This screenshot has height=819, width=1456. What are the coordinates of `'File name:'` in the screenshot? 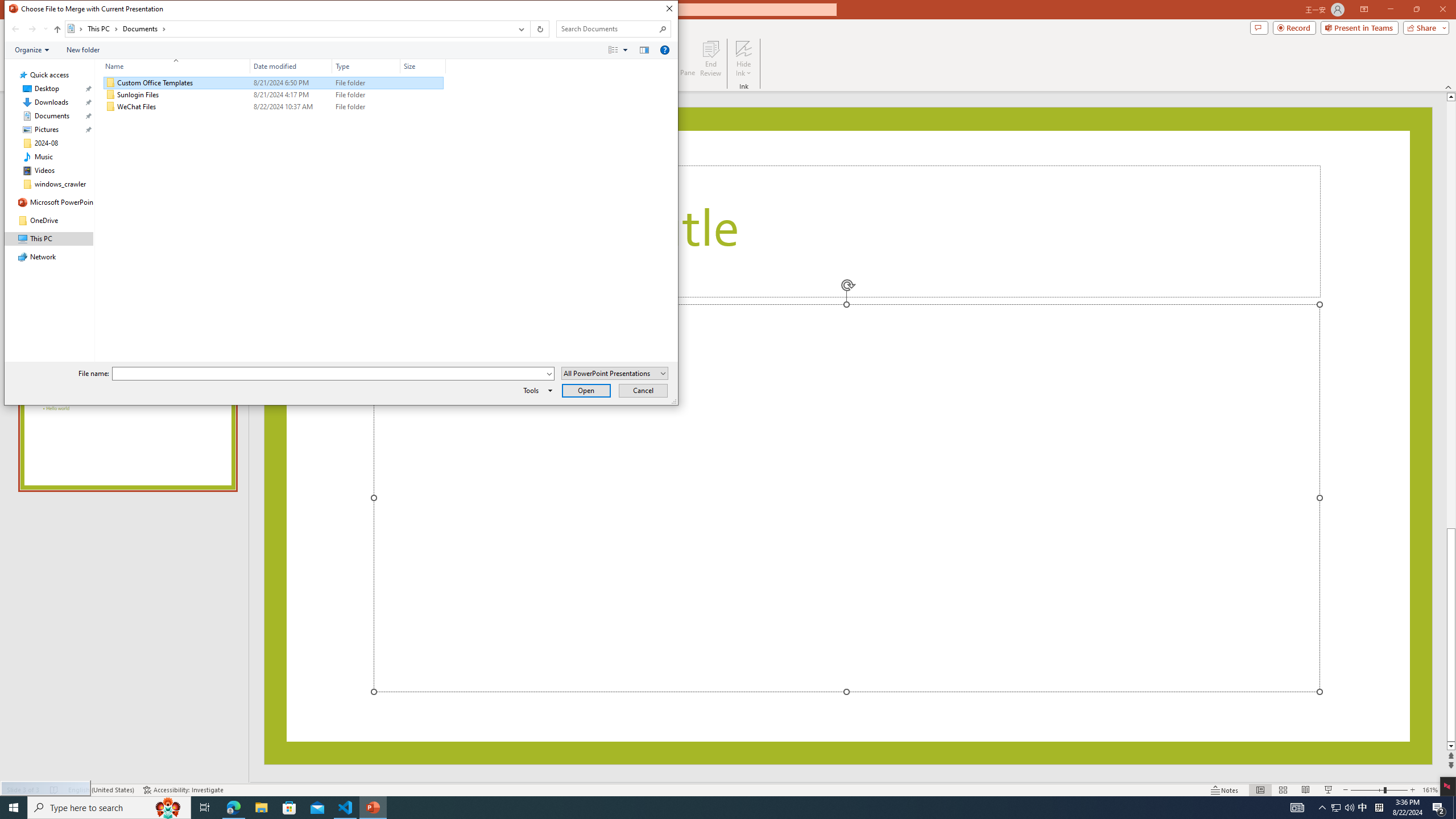 It's located at (329, 373).